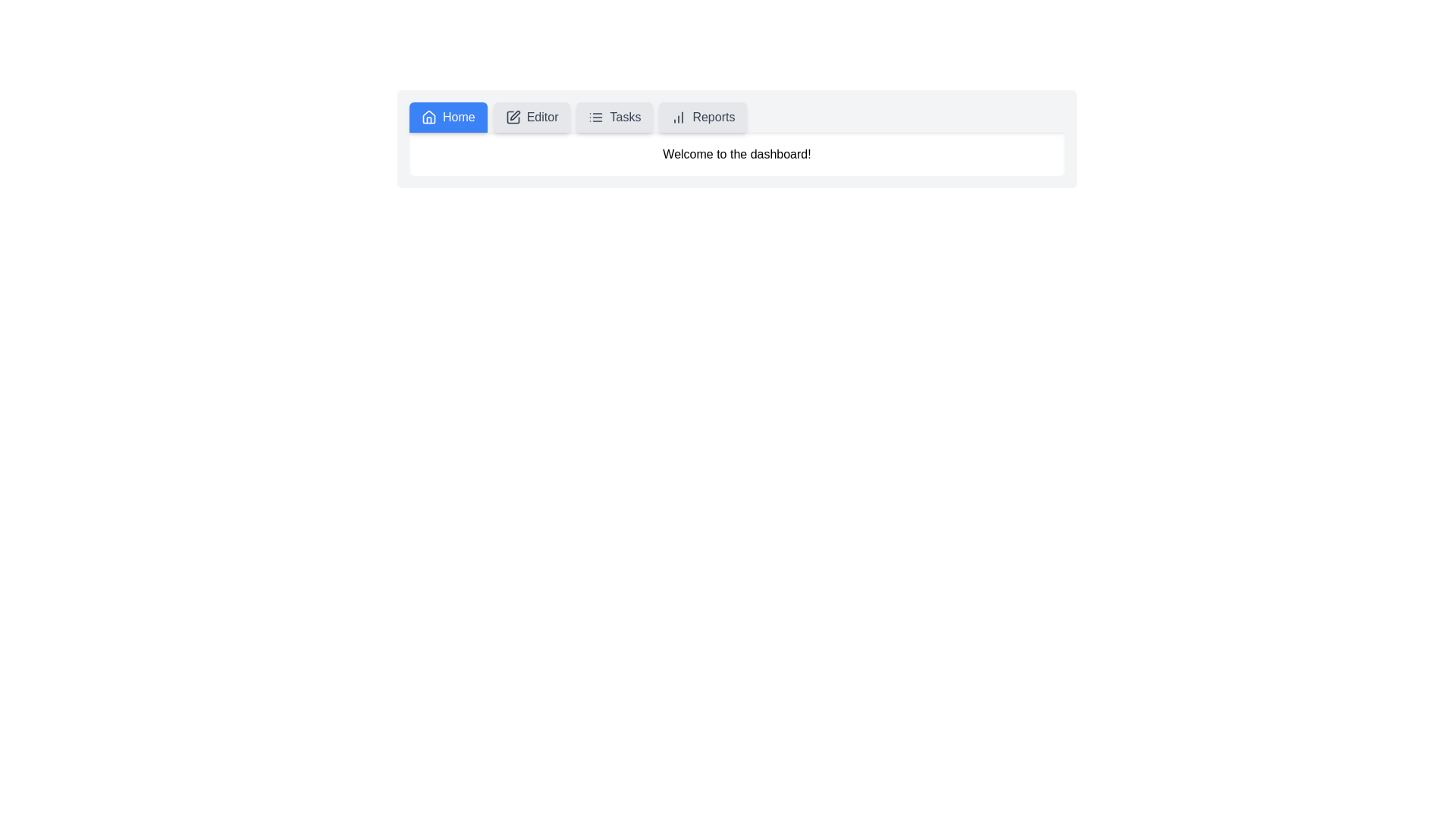  Describe the element at coordinates (615, 116) in the screenshot. I see `the Tasks tab to explore its hover effect` at that location.